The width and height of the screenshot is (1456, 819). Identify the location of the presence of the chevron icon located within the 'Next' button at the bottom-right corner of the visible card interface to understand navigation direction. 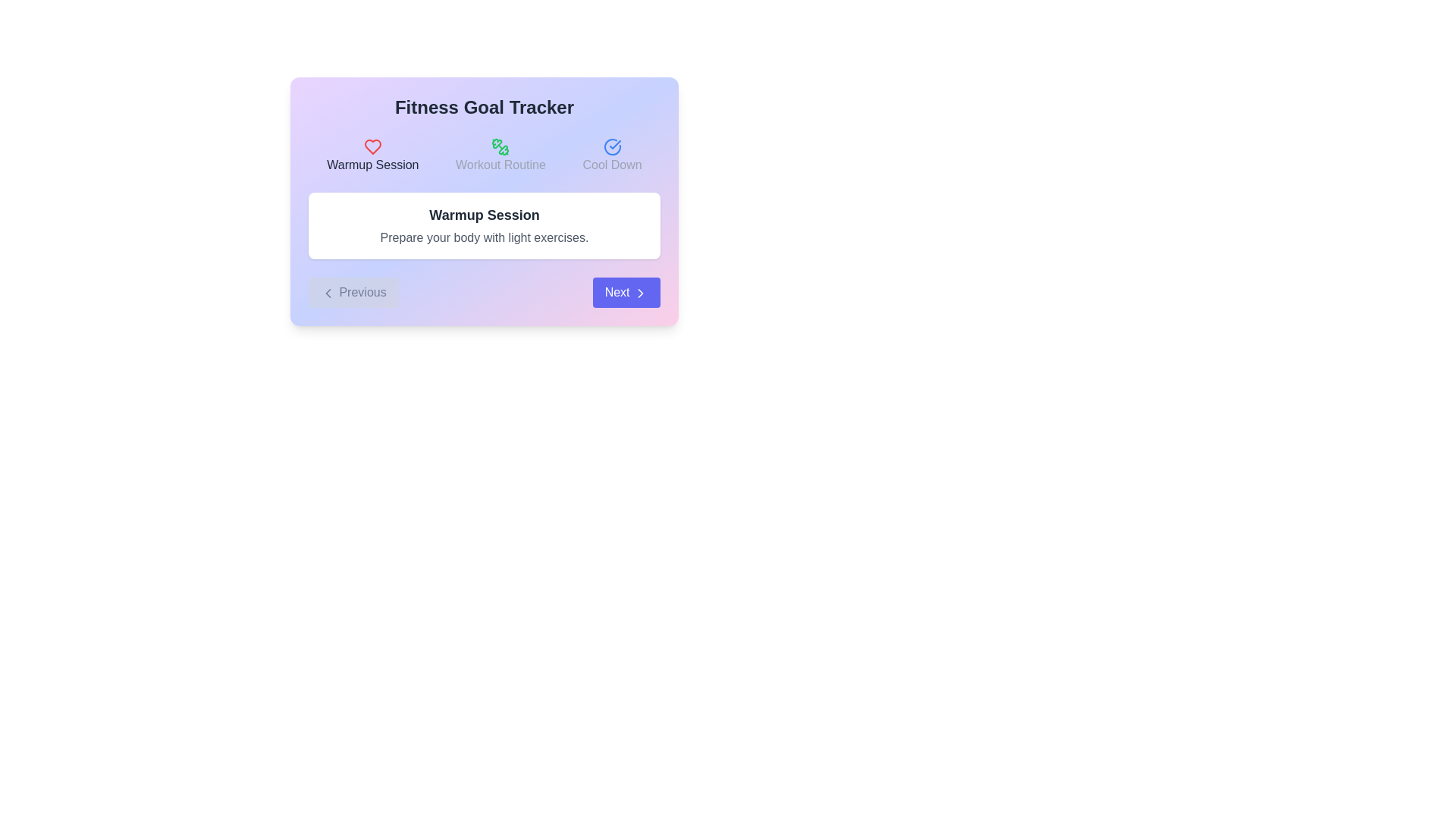
(640, 292).